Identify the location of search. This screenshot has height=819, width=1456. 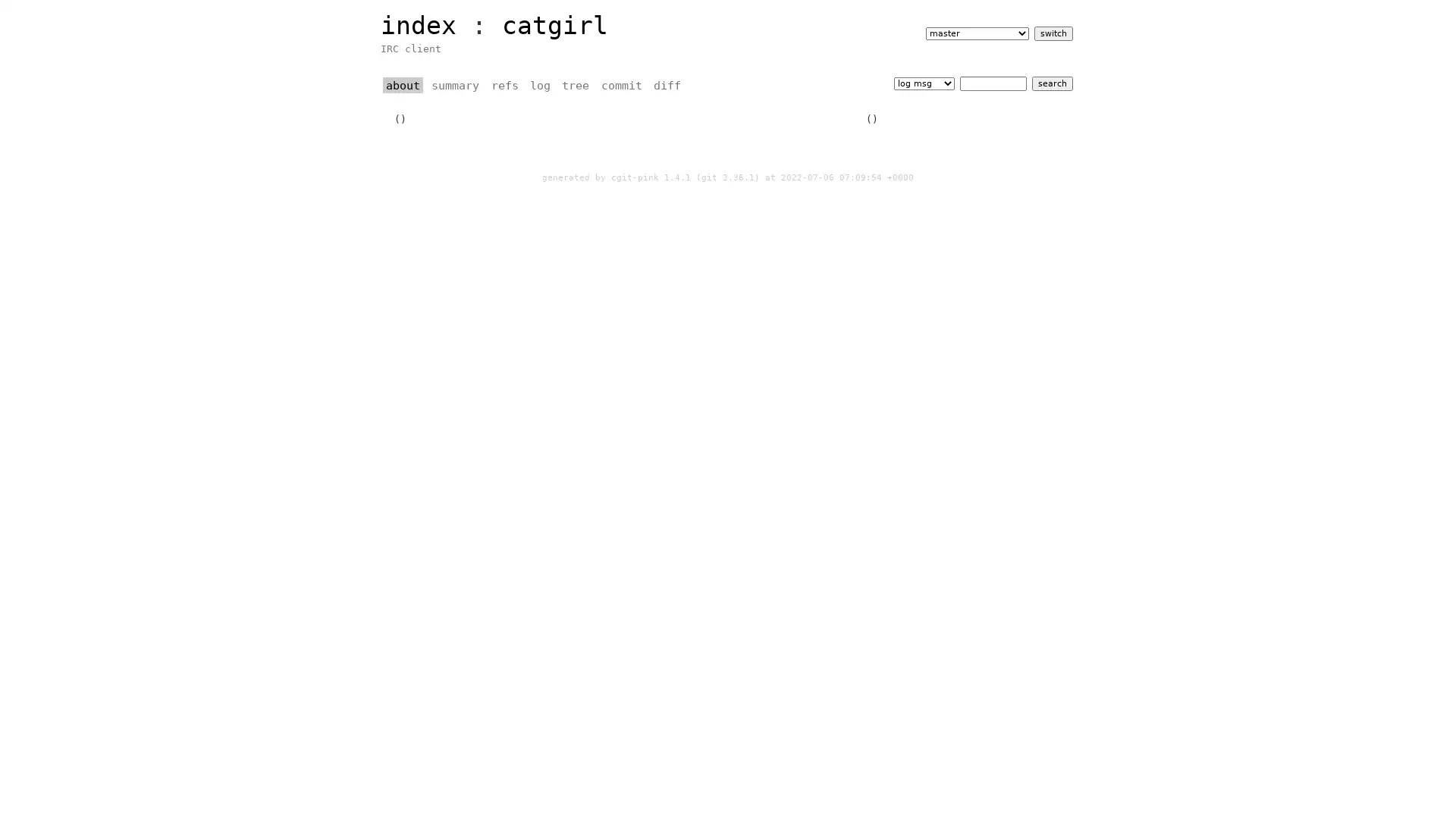
(1051, 83).